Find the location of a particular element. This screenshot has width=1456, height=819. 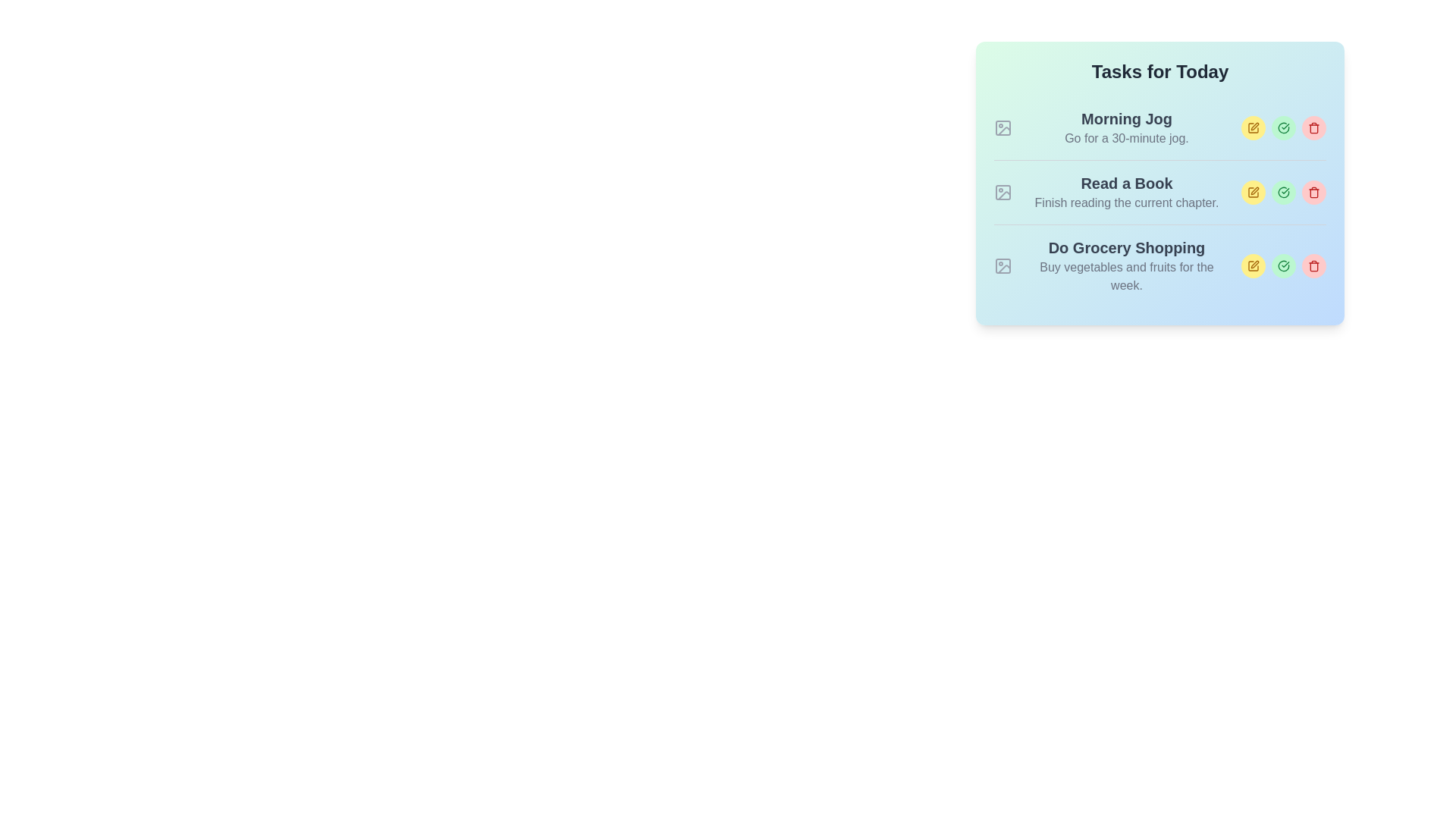

the edit button located in the third row for the task titled 'Do Grocery Shopping' is located at coordinates (1253, 265).